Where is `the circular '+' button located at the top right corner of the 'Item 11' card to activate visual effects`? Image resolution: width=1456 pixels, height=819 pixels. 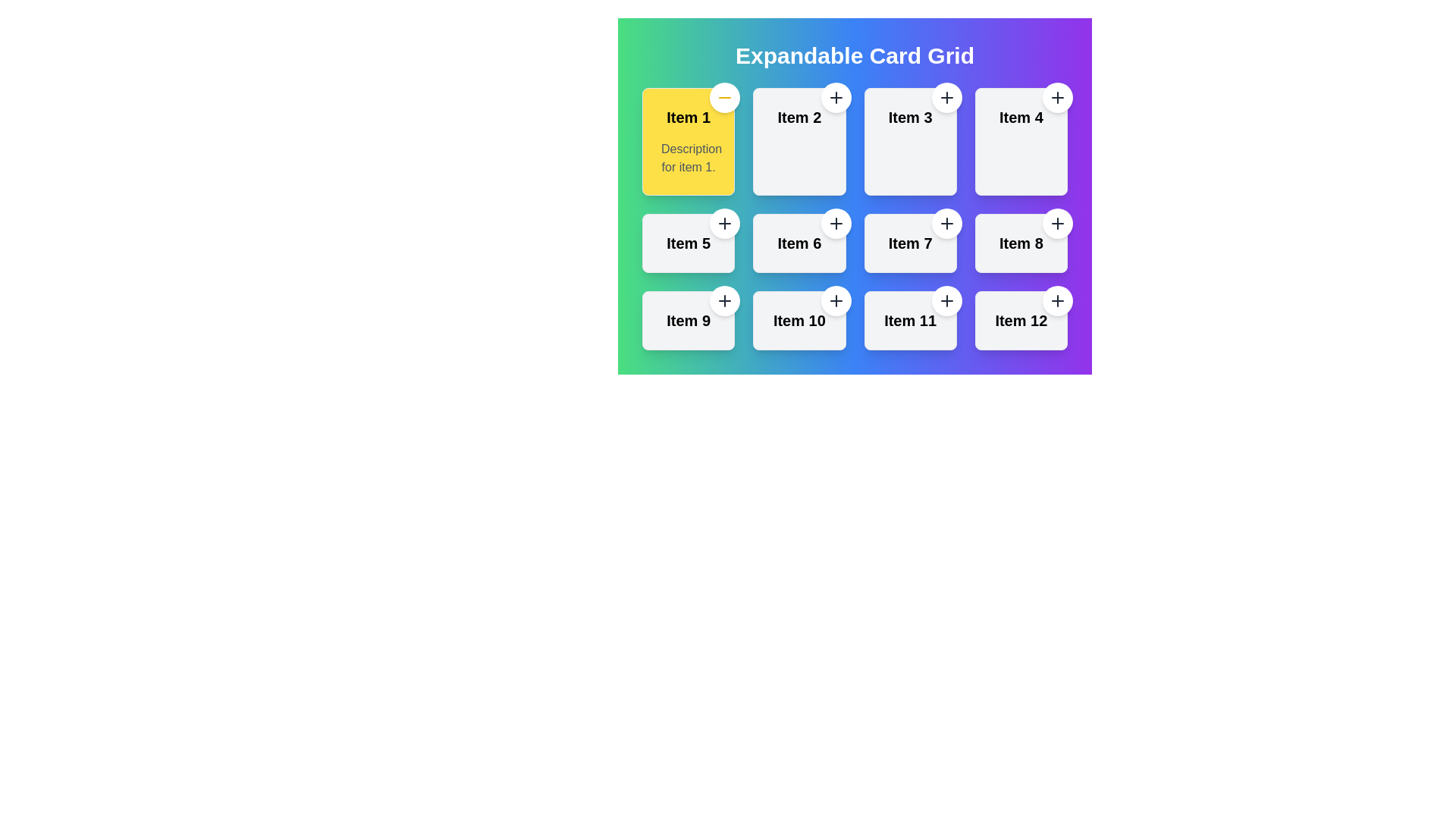 the circular '+' button located at the top right corner of the 'Item 11' card to activate visual effects is located at coordinates (946, 301).